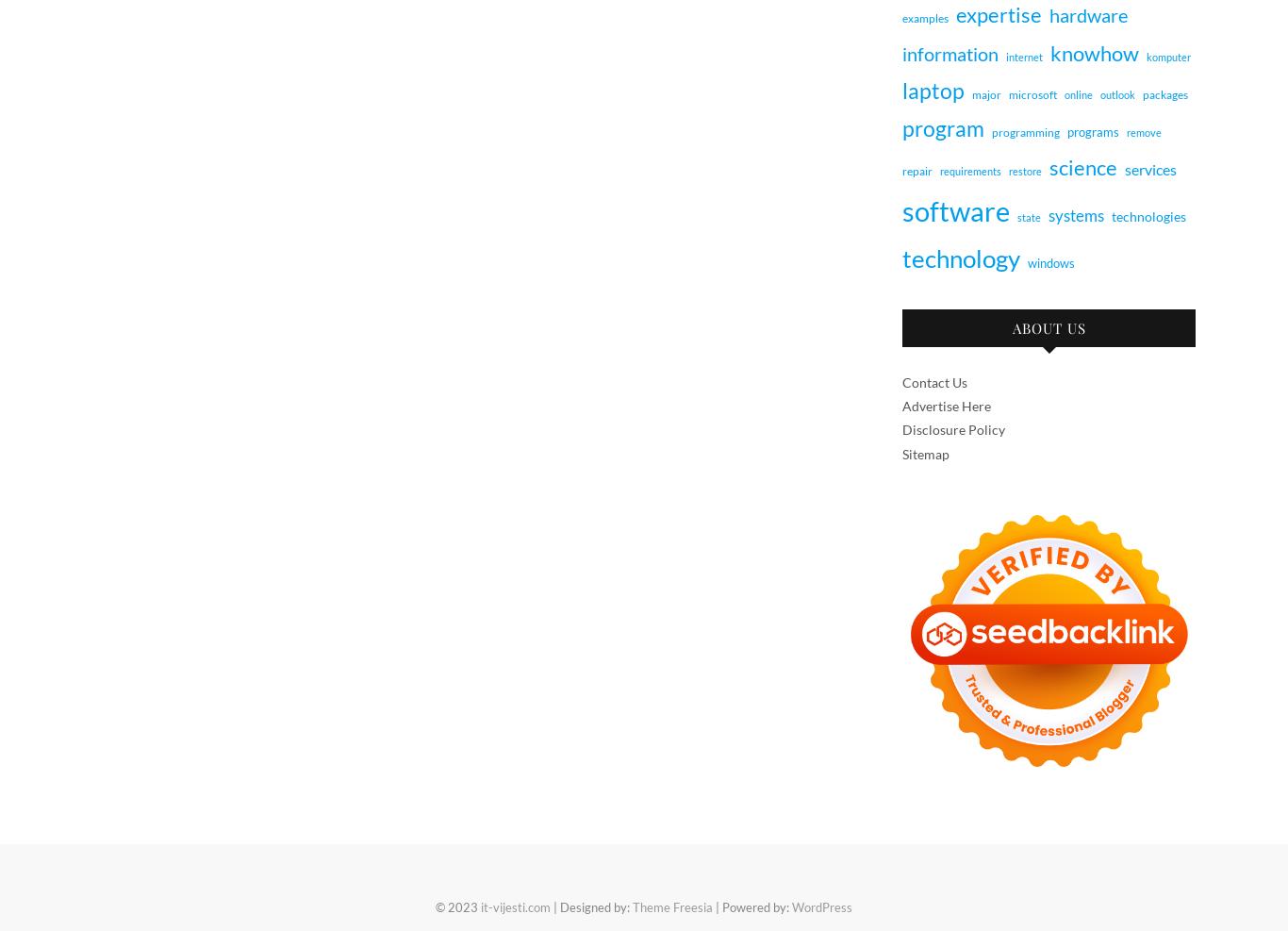  What do you see at coordinates (1028, 216) in the screenshot?
I see `'state'` at bounding box center [1028, 216].